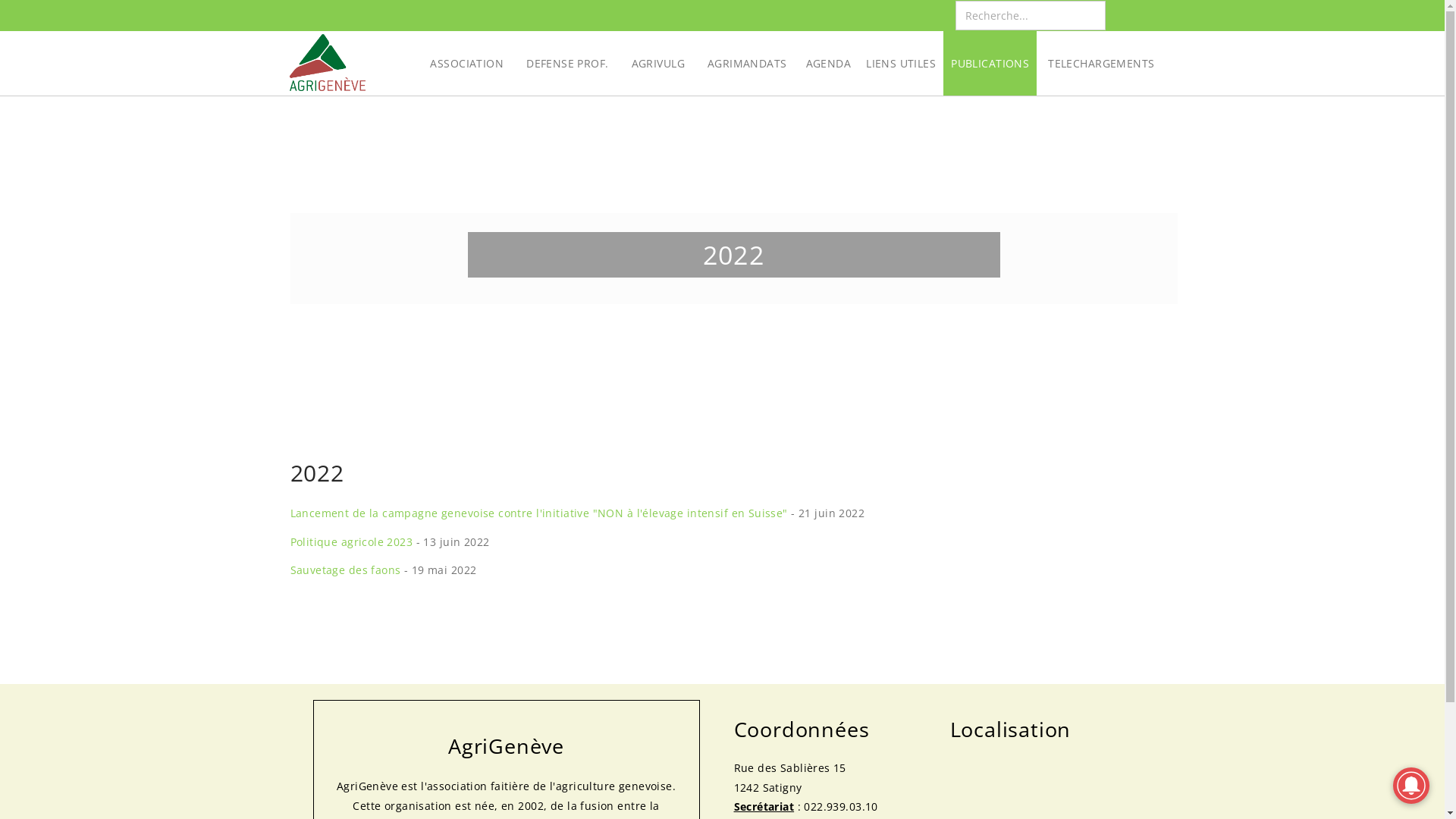 The image size is (1456, 819). What do you see at coordinates (797, 62) in the screenshot?
I see `'AGENDA'` at bounding box center [797, 62].